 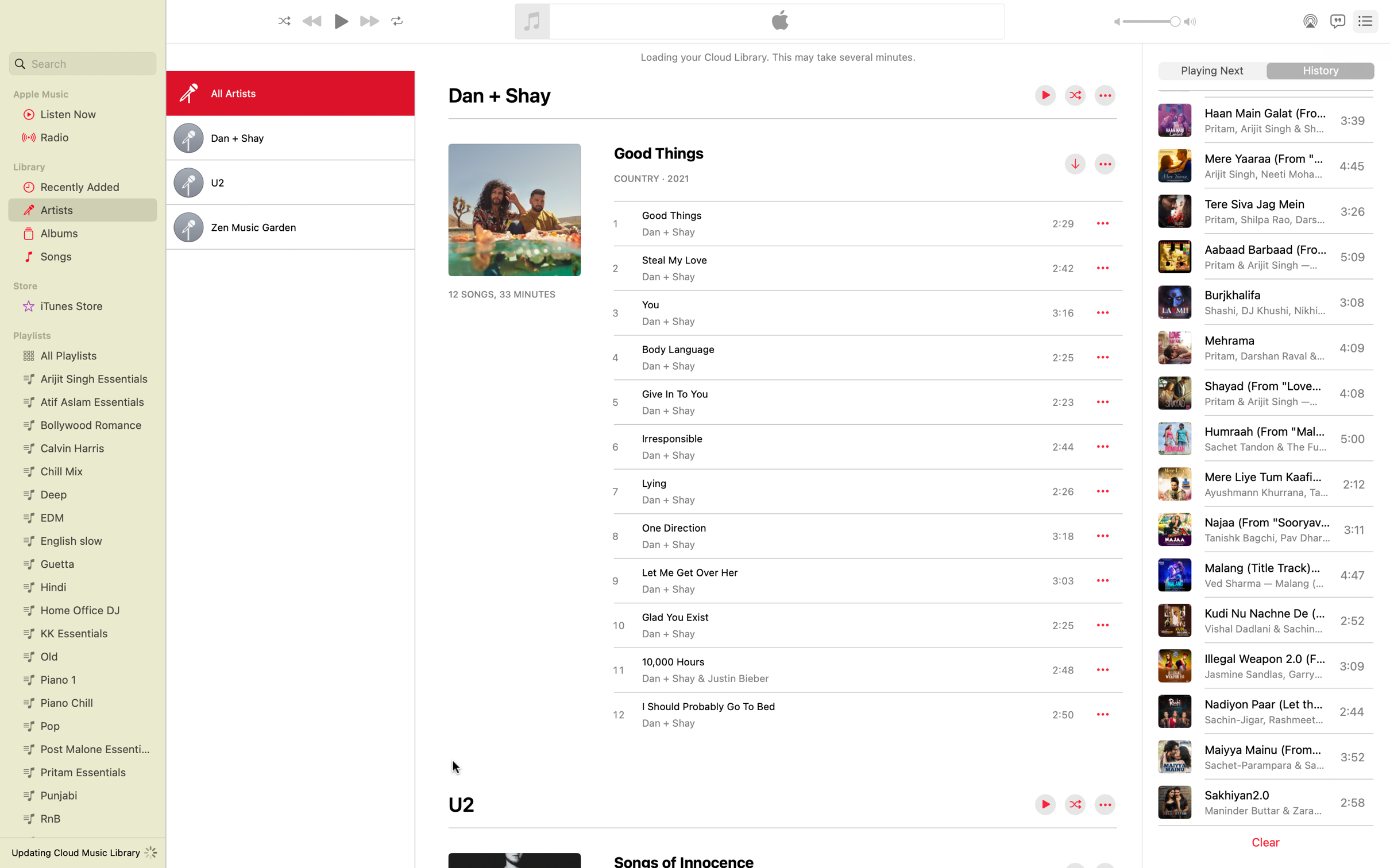 What do you see at coordinates (1103, 401) in the screenshot?
I see `the additional settings for the track "Give In To You` at bounding box center [1103, 401].